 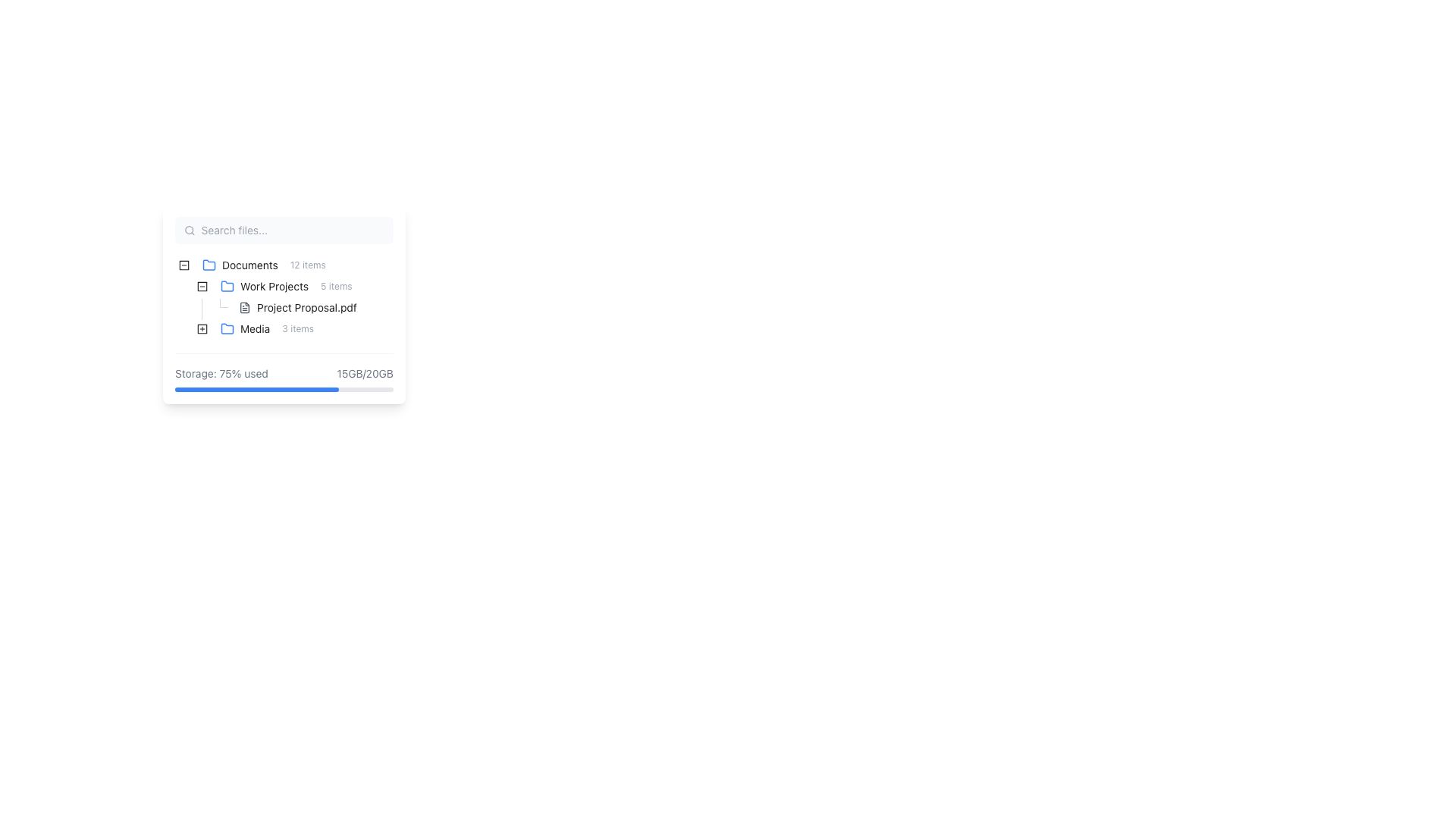 I want to click on the magnifying glass icon representing the search function, which is located at the left side of the input field with the placeholder 'Search files...', so click(x=189, y=231).